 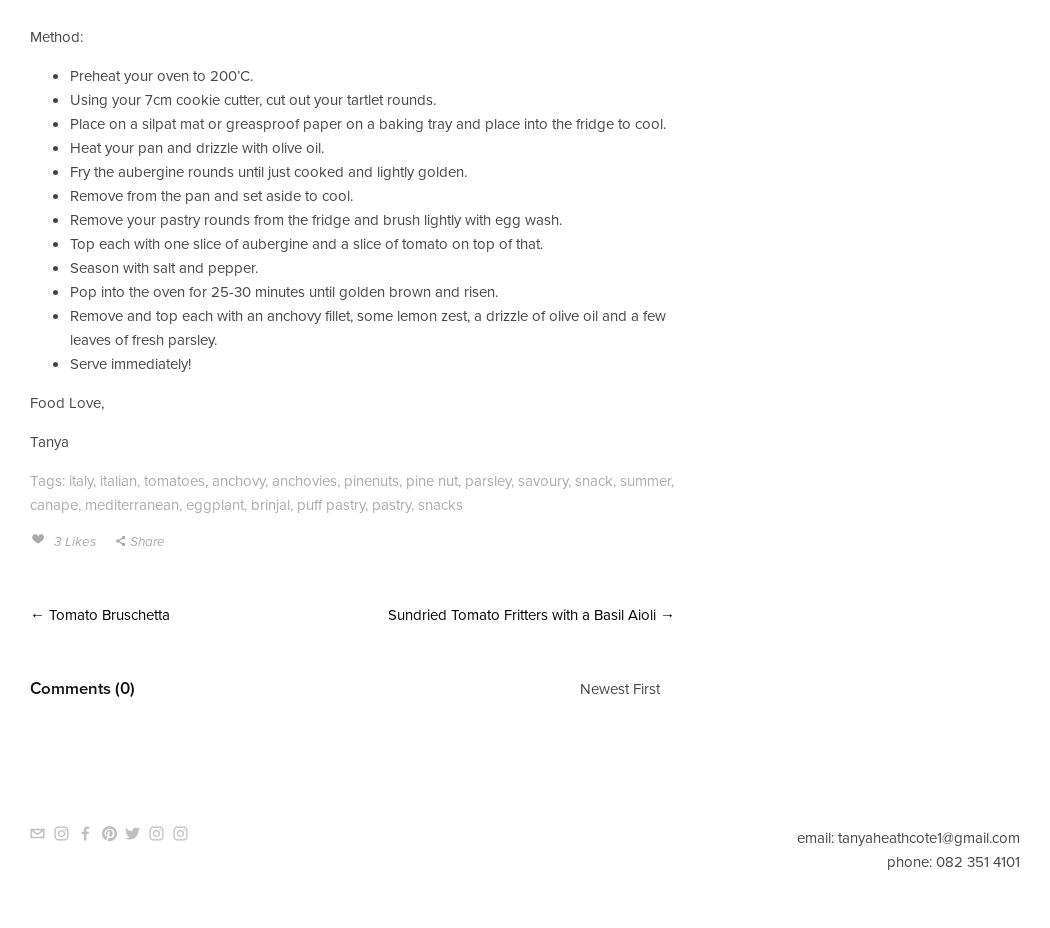 What do you see at coordinates (69, 242) in the screenshot?
I see `'Top each with one slice of aubergine and a slice of tomato on top of that.'` at bounding box center [69, 242].